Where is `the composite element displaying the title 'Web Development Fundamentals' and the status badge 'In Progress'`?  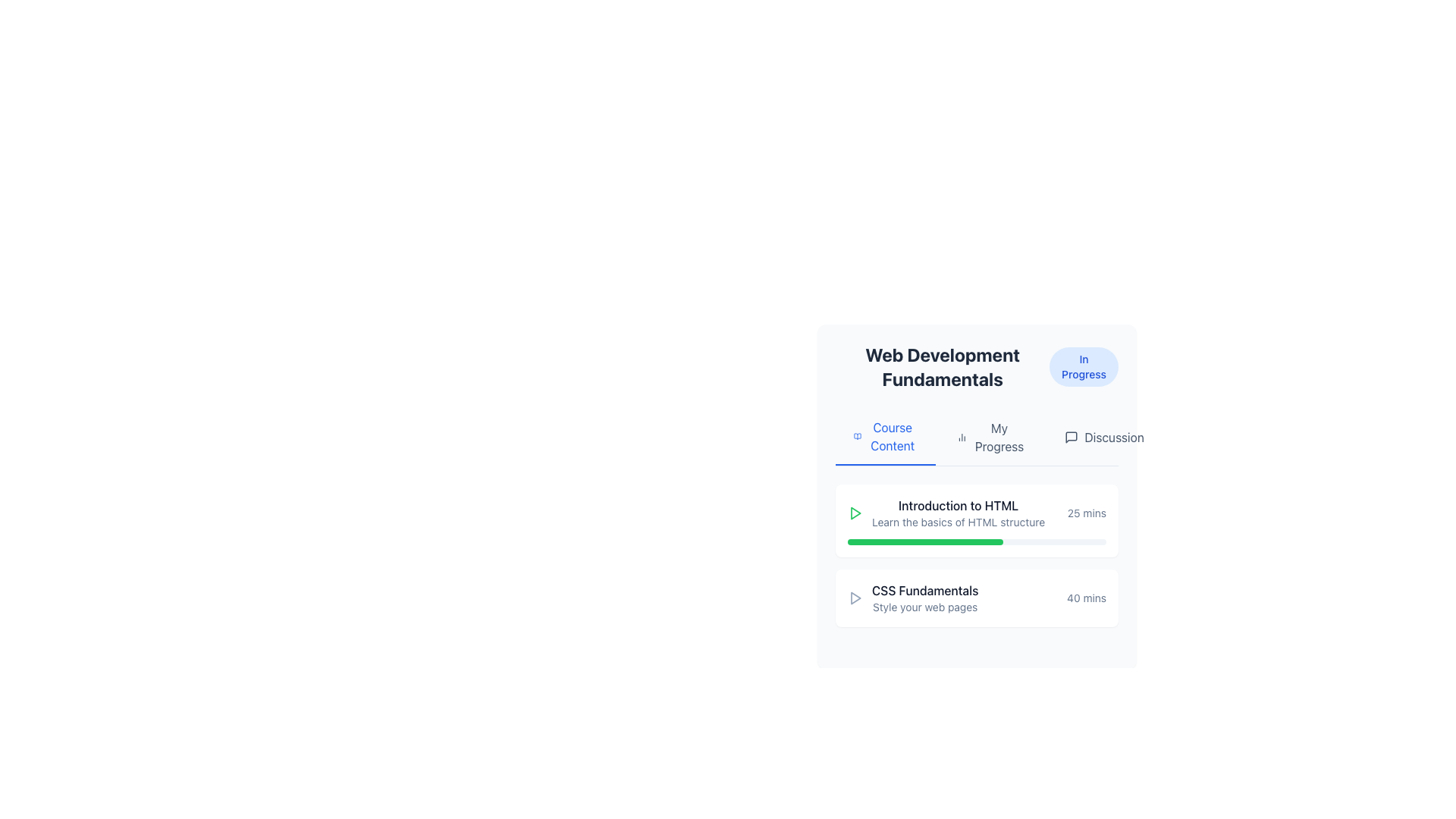 the composite element displaying the title 'Web Development Fundamentals' and the status badge 'In Progress' is located at coordinates (977, 366).